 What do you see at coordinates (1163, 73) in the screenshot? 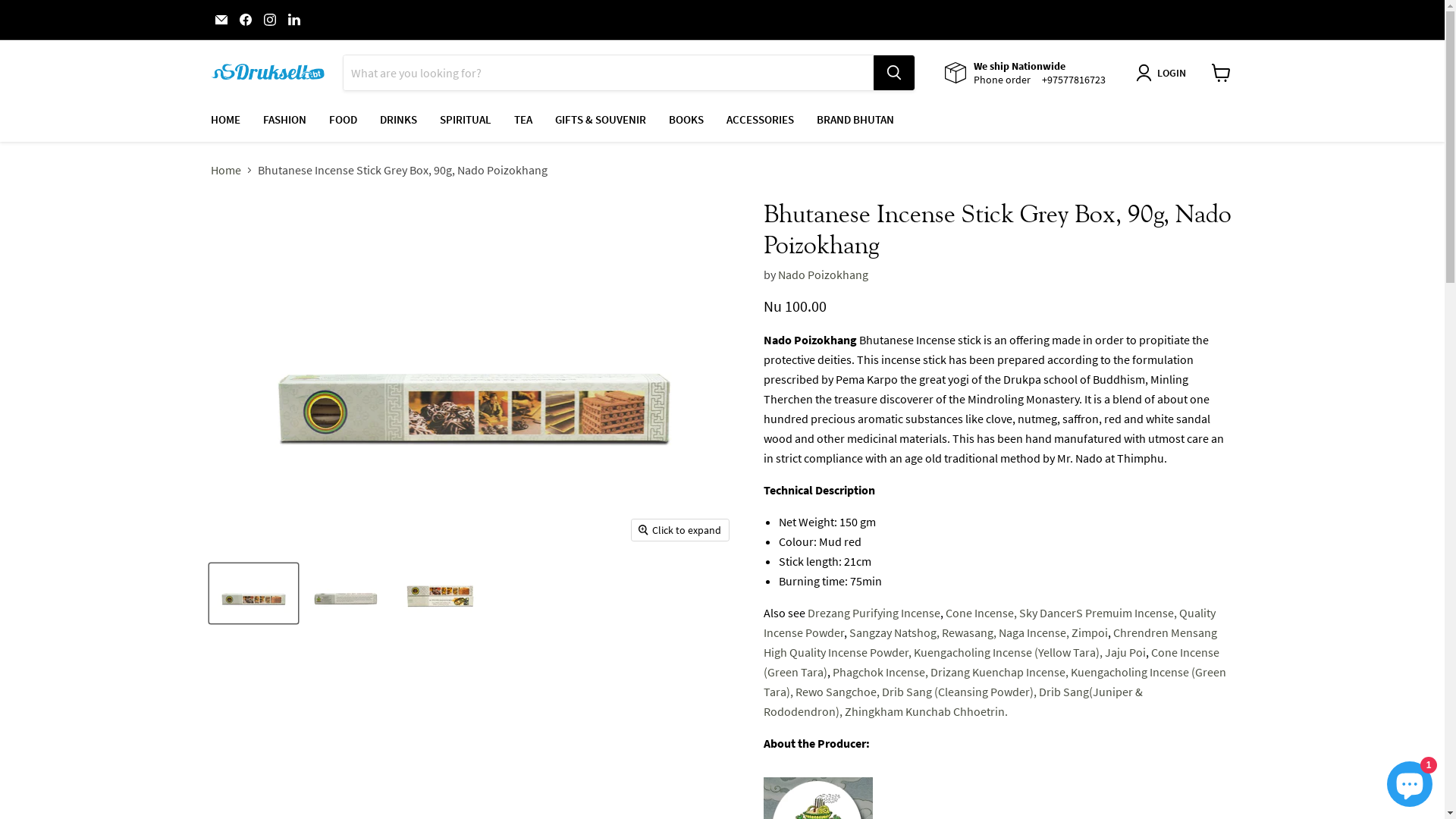
I see `'LOGIN'` at bounding box center [1163, 73].